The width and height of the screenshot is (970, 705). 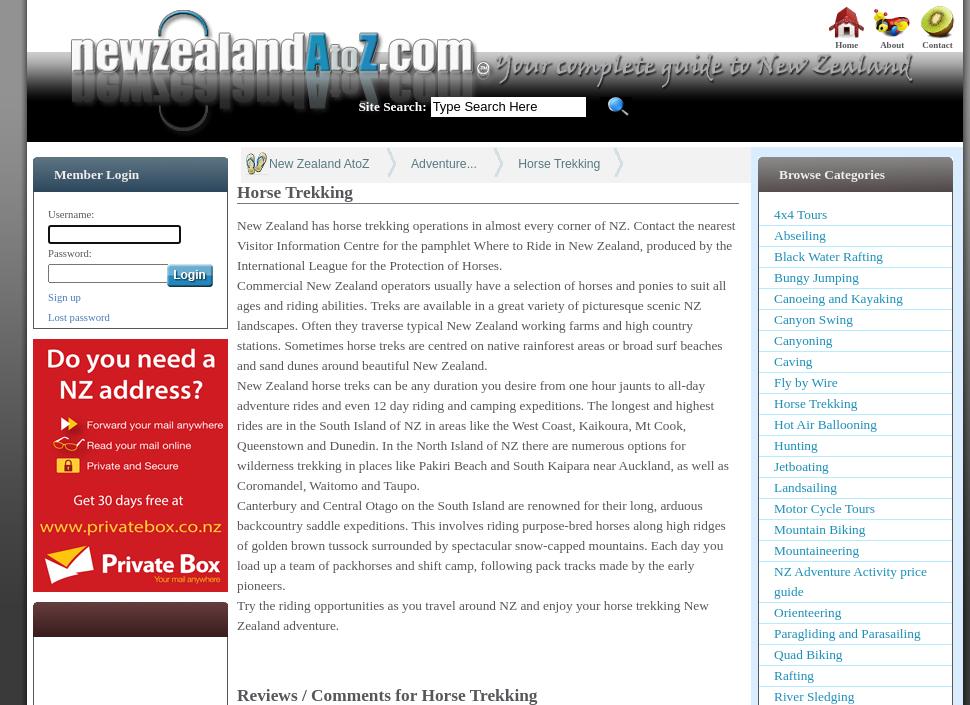 I want to click on 'Bungy Jumping', so click(x=772, y=277).